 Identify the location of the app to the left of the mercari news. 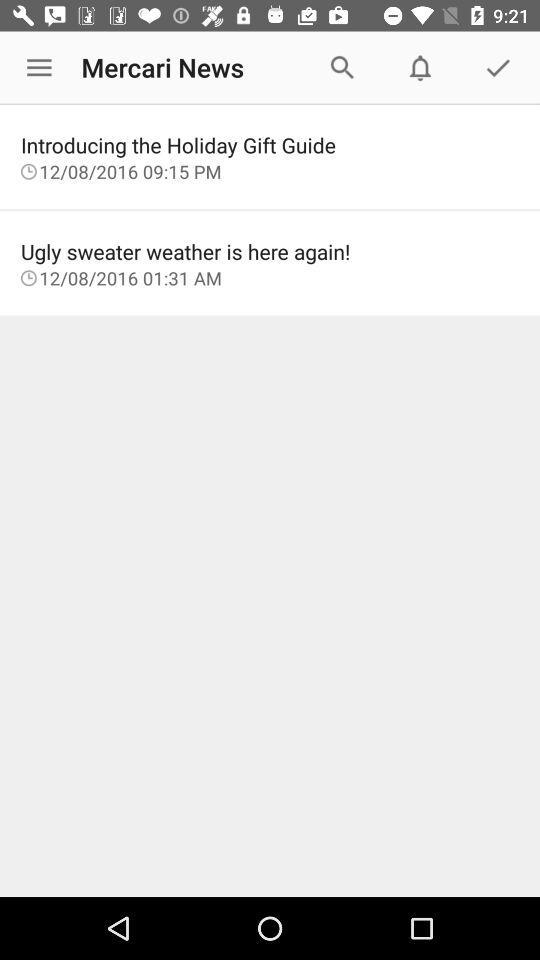
(39, 68).